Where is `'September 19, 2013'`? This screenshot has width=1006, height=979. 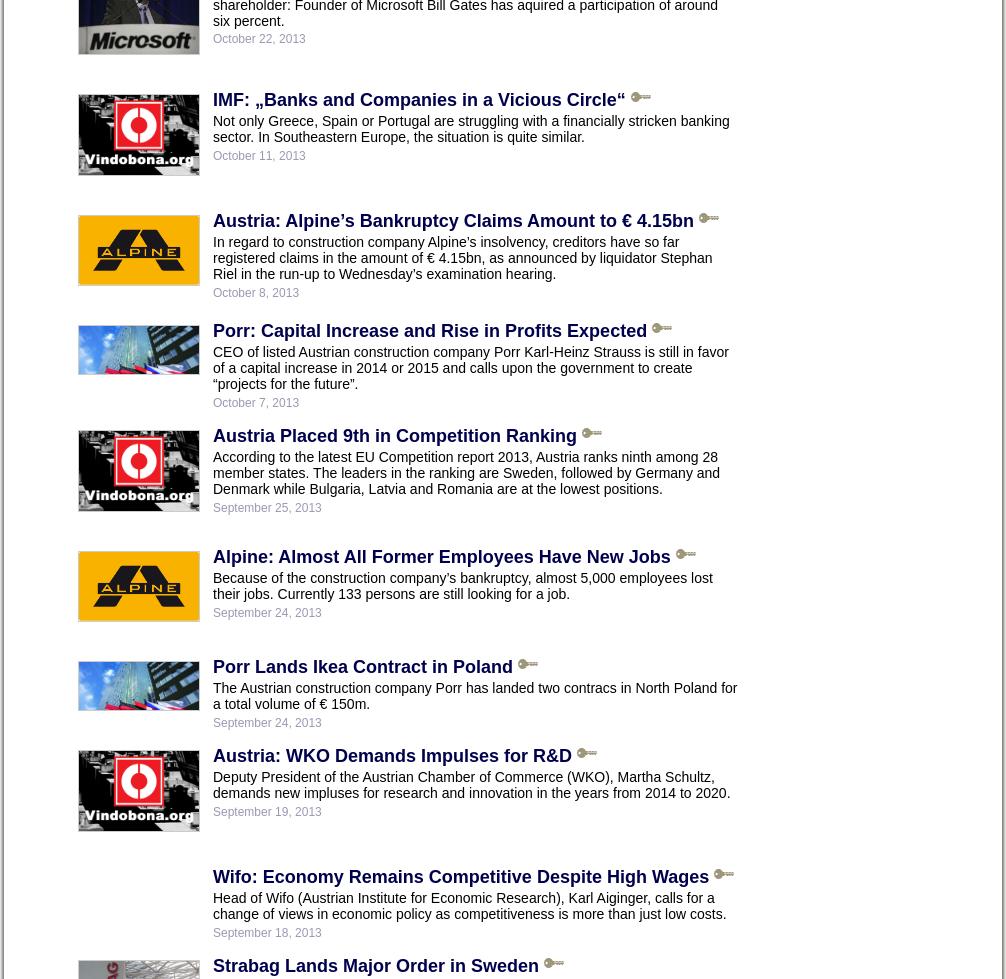
'September 19, 2013' is located at coordinates (265, 810).